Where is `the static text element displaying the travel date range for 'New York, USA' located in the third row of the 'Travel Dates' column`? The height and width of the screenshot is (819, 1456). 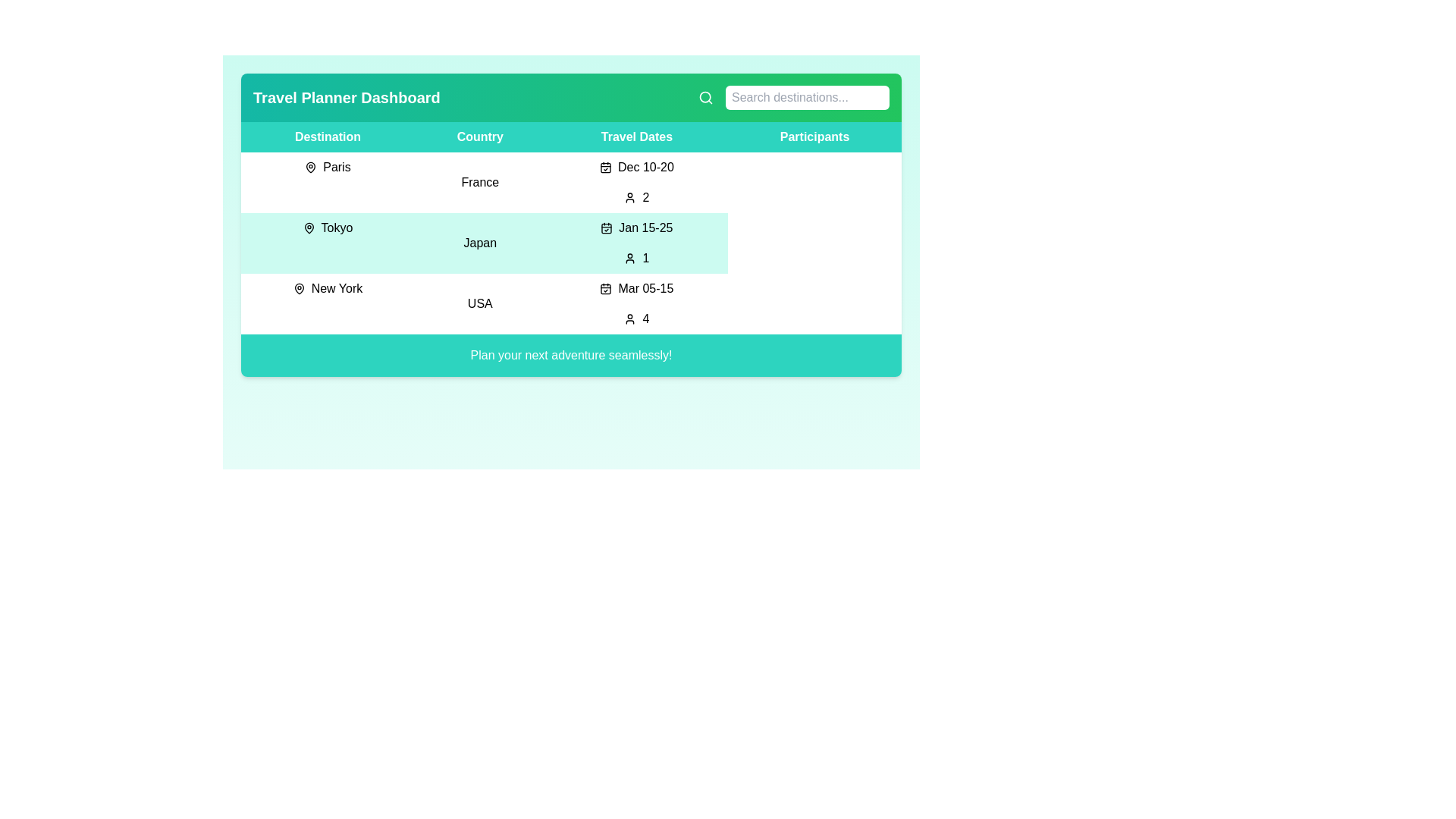 the static text element displaying the travel date range for 'New York, USA' located in the third row of the 'Travel Dates' column is located at coordinates (637, 289).